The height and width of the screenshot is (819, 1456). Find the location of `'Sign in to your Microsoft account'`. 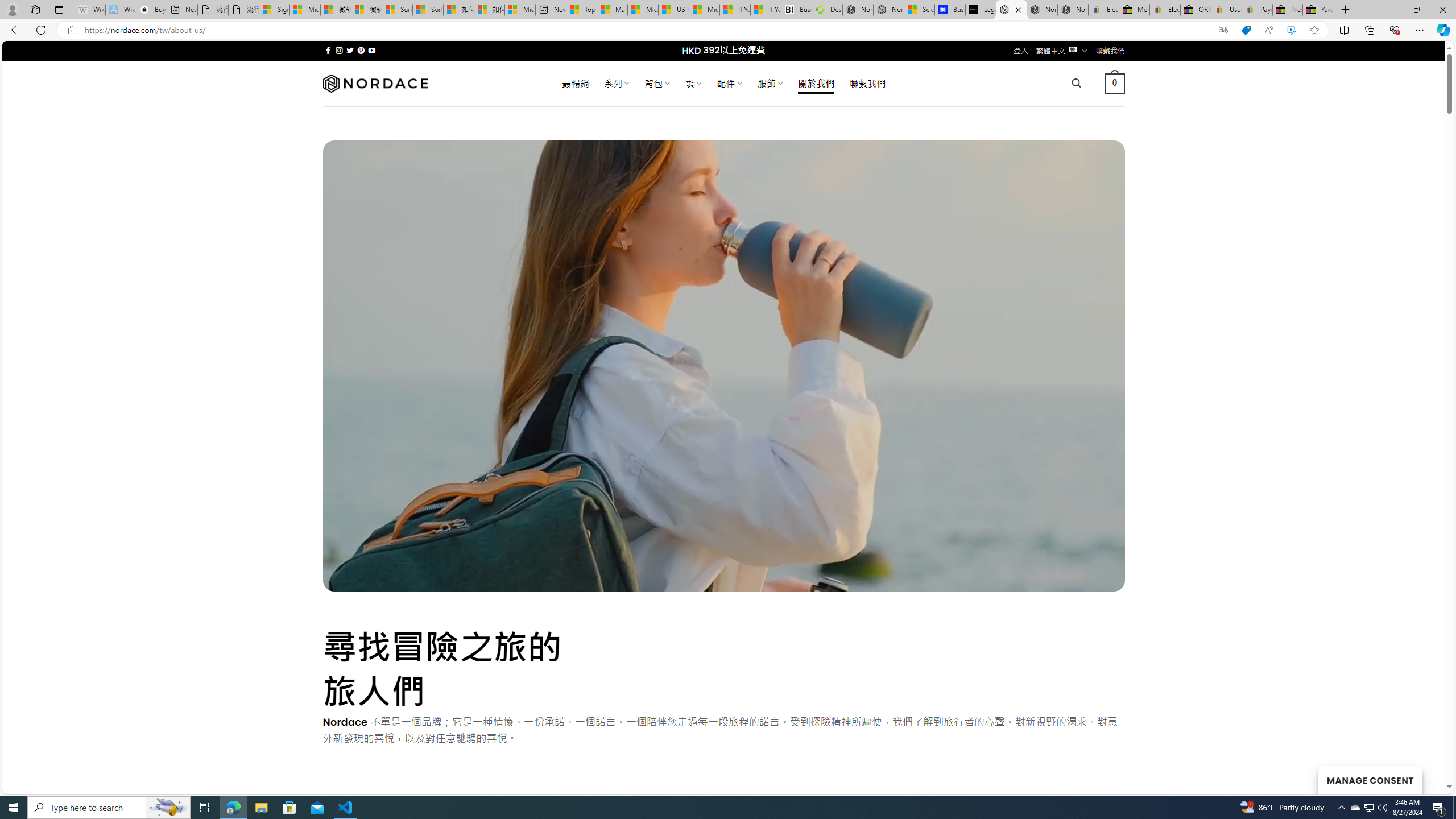

'Sign in to your Microsoft account' is located at coordinates (274, 9).